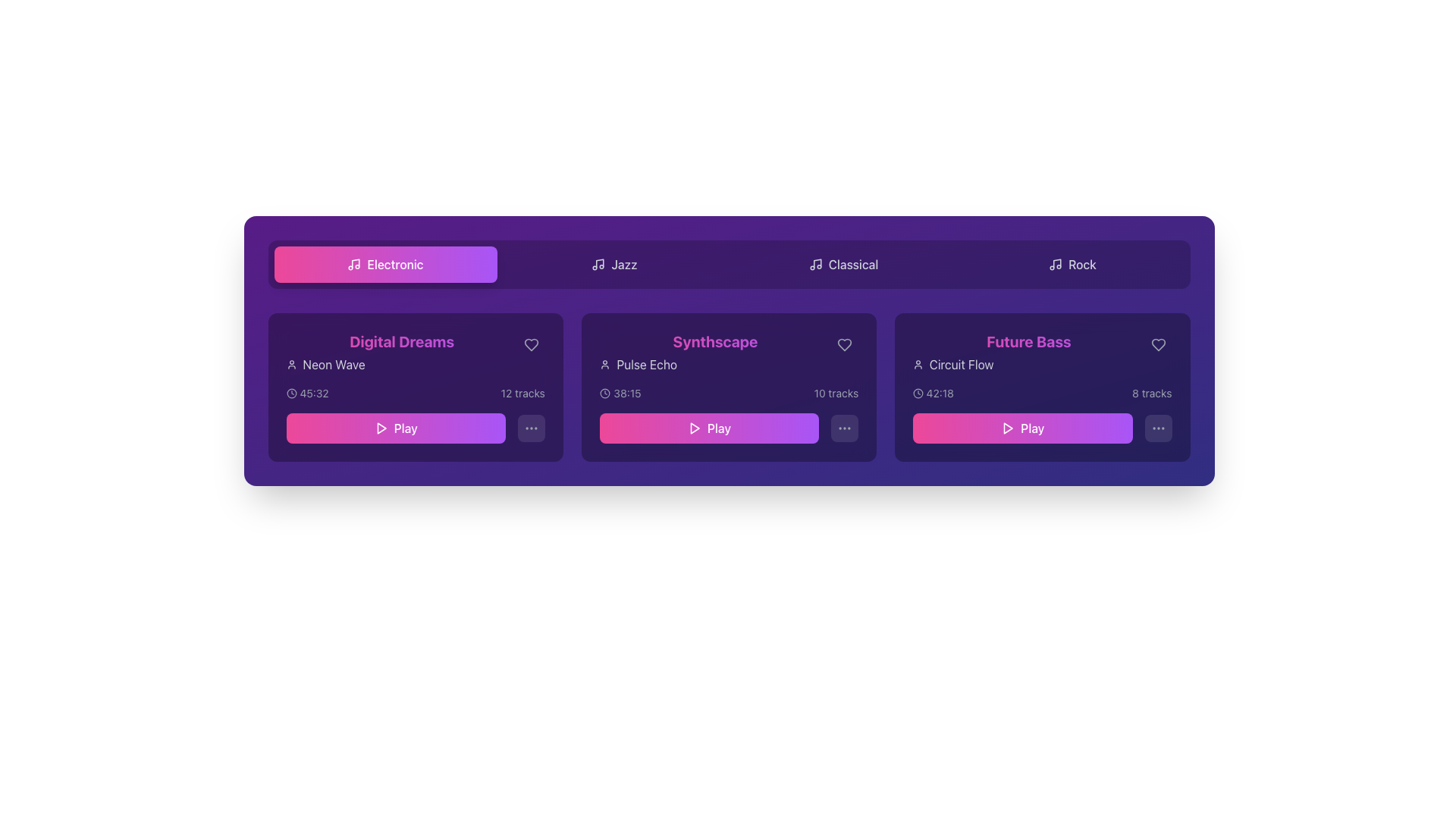  What do you see at coordinates (918, 393) in the screenshot?
I see `the decorative circle element that is part of the clock icon, located near the text '42:18' within the 'Future Bass' card` at bounding box center [918, 393].